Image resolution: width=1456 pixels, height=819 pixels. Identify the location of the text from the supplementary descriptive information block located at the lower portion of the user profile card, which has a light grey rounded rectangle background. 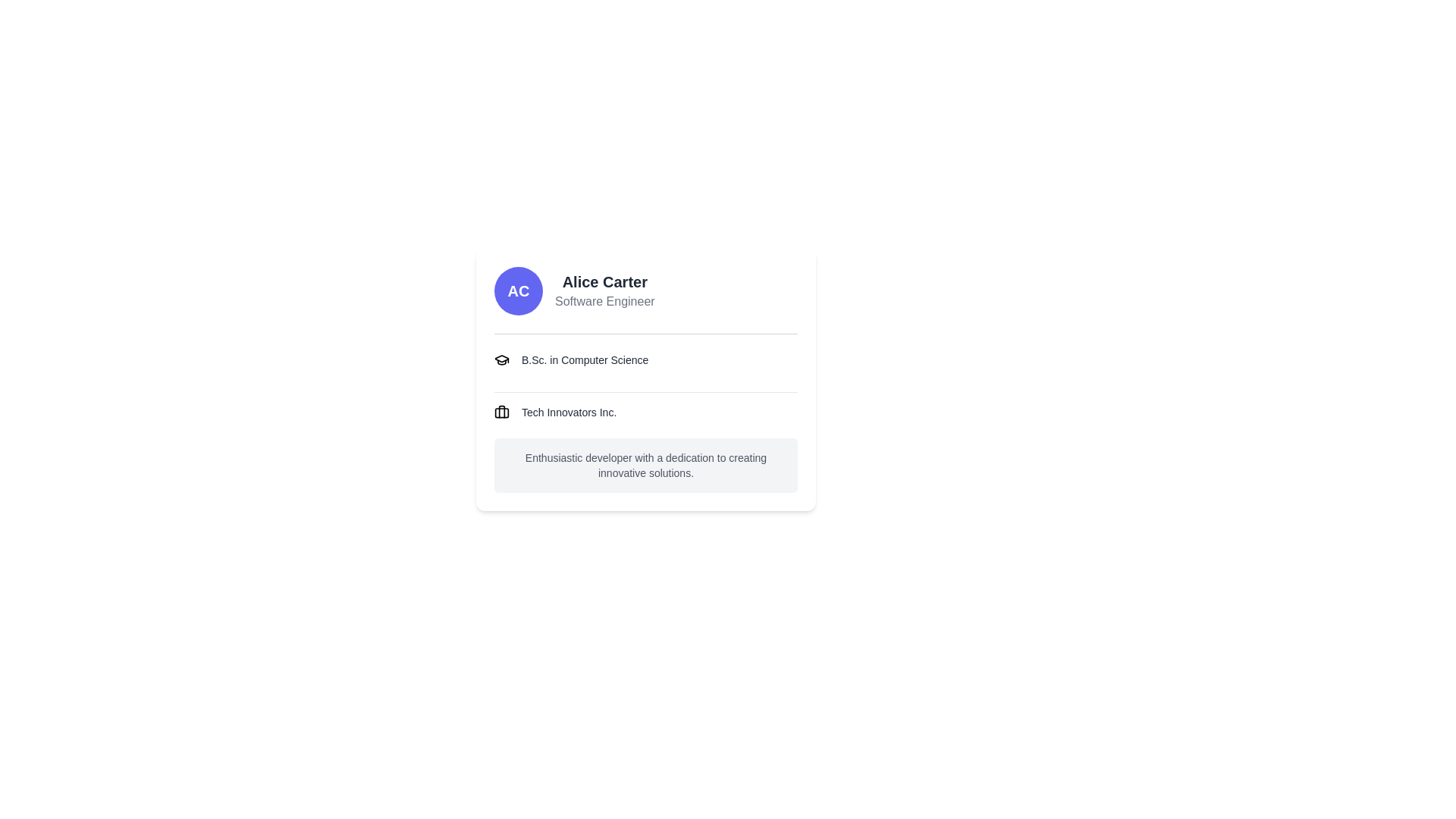
(645, 464).